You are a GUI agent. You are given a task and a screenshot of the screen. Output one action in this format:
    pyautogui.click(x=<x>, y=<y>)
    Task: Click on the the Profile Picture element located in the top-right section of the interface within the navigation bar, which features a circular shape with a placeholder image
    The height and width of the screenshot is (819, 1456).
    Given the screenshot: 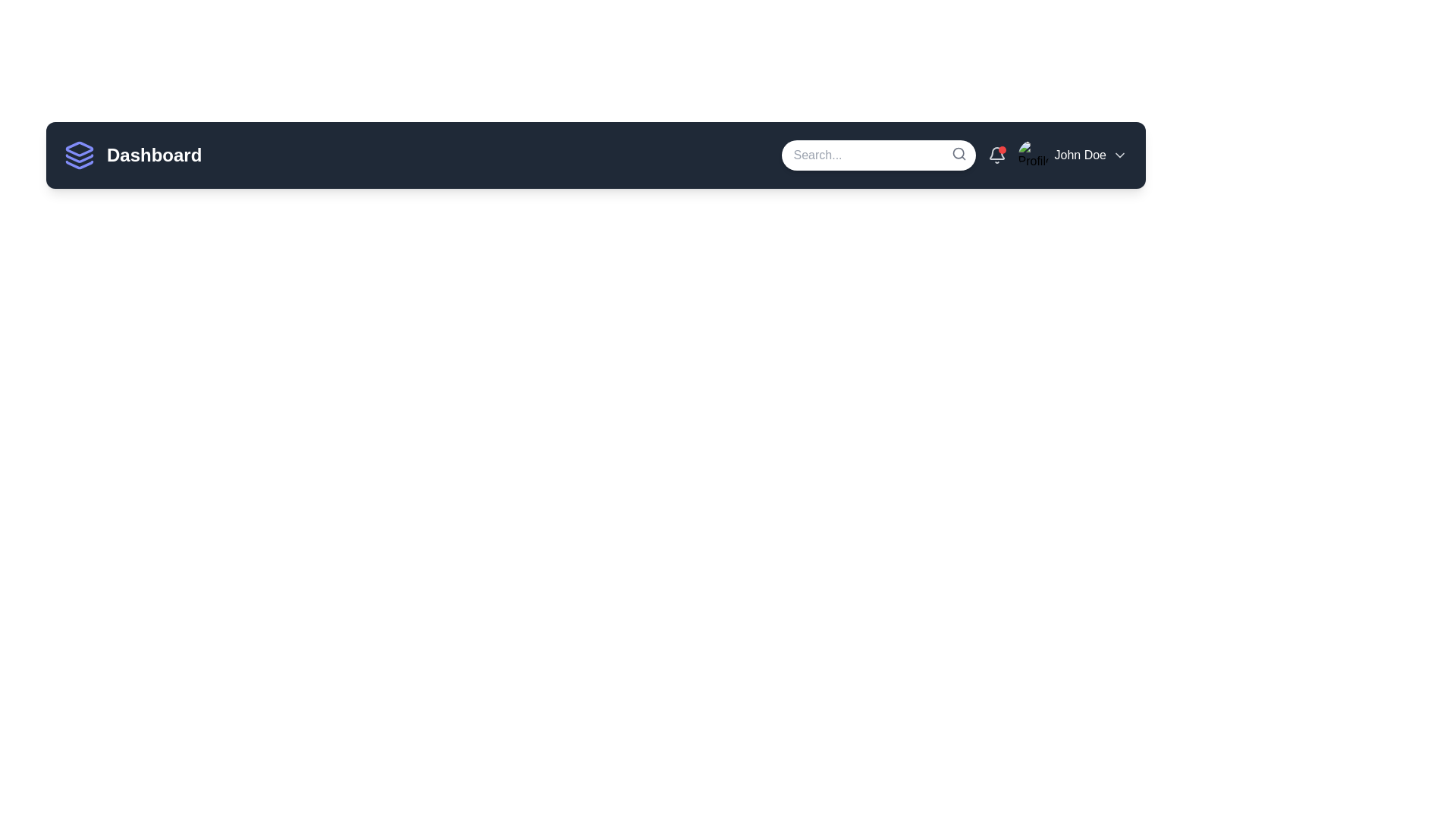 What is the action you would take?
    pyautogui.click(x=1032, y=155)
    